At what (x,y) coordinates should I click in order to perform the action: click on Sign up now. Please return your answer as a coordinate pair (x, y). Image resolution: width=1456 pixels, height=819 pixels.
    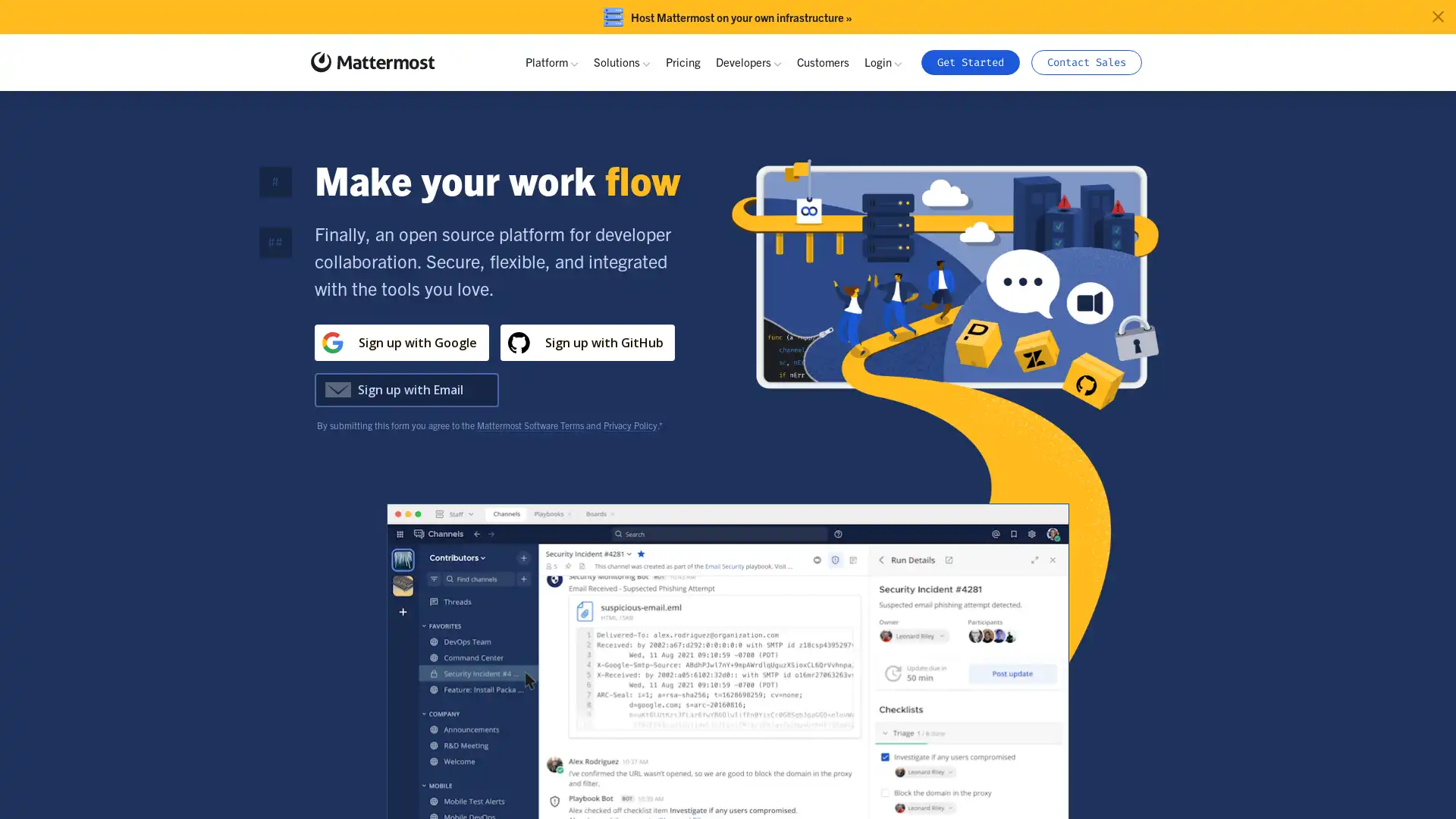
    Looking at the image, I should click on (585, 388).